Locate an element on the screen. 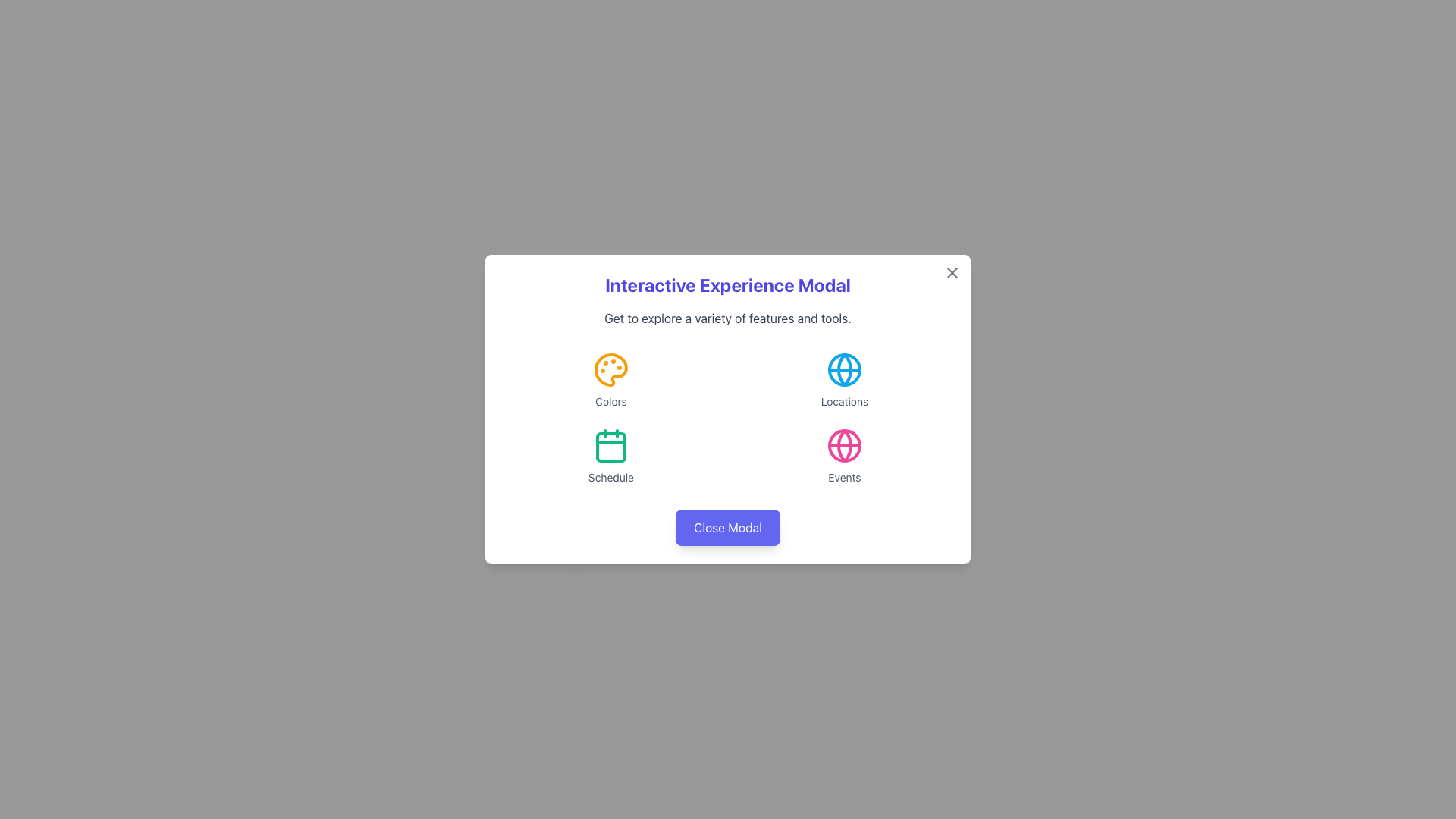  the contents of the calendar icon labeled 'Schedule', which is located in the second row, first column of the grid layout within the modal dialog is located at coordinates (611, 455).